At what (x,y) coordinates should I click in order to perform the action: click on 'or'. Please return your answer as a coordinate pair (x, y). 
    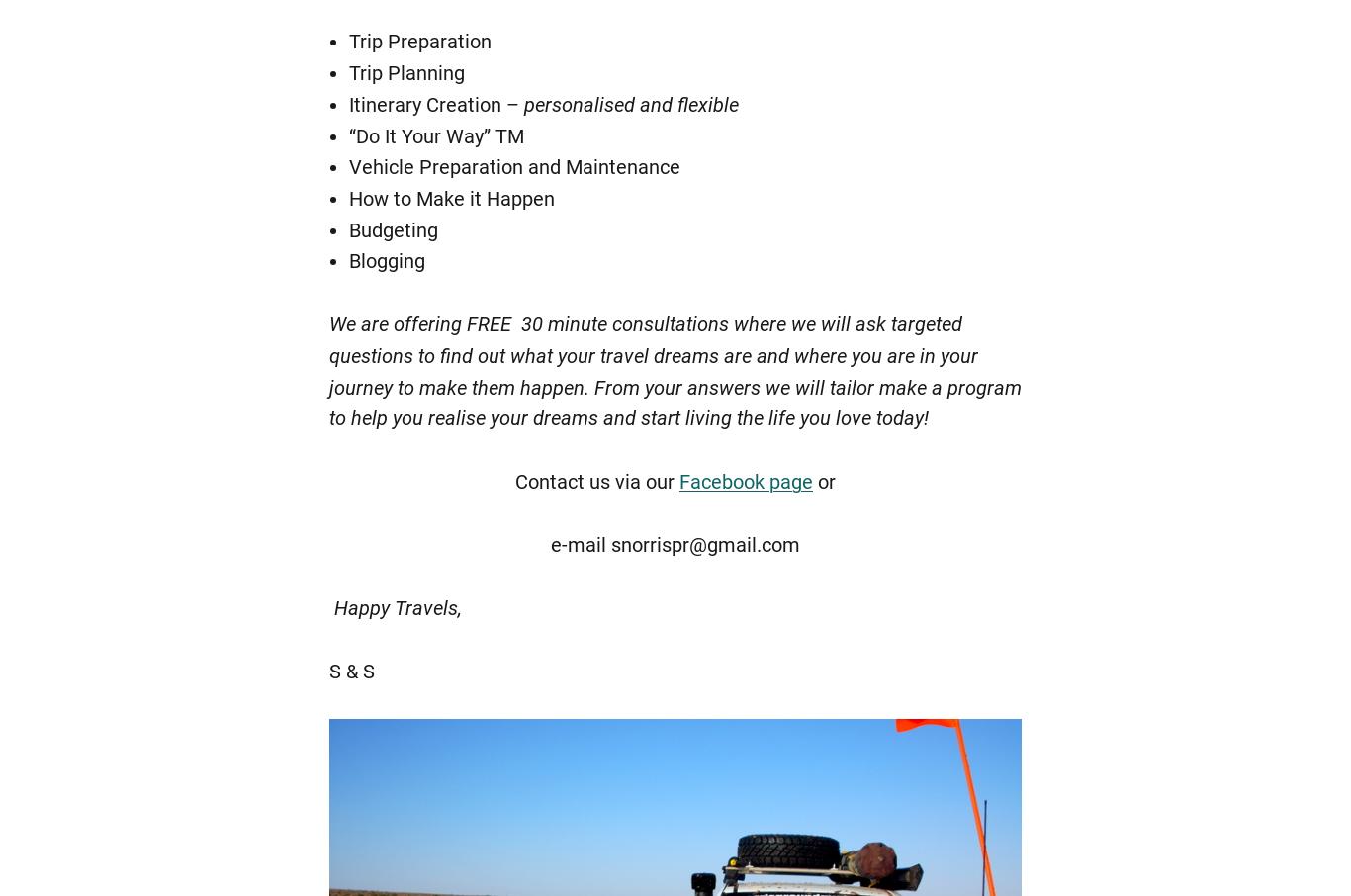
    Looking at the image, I should click on (823, 481).